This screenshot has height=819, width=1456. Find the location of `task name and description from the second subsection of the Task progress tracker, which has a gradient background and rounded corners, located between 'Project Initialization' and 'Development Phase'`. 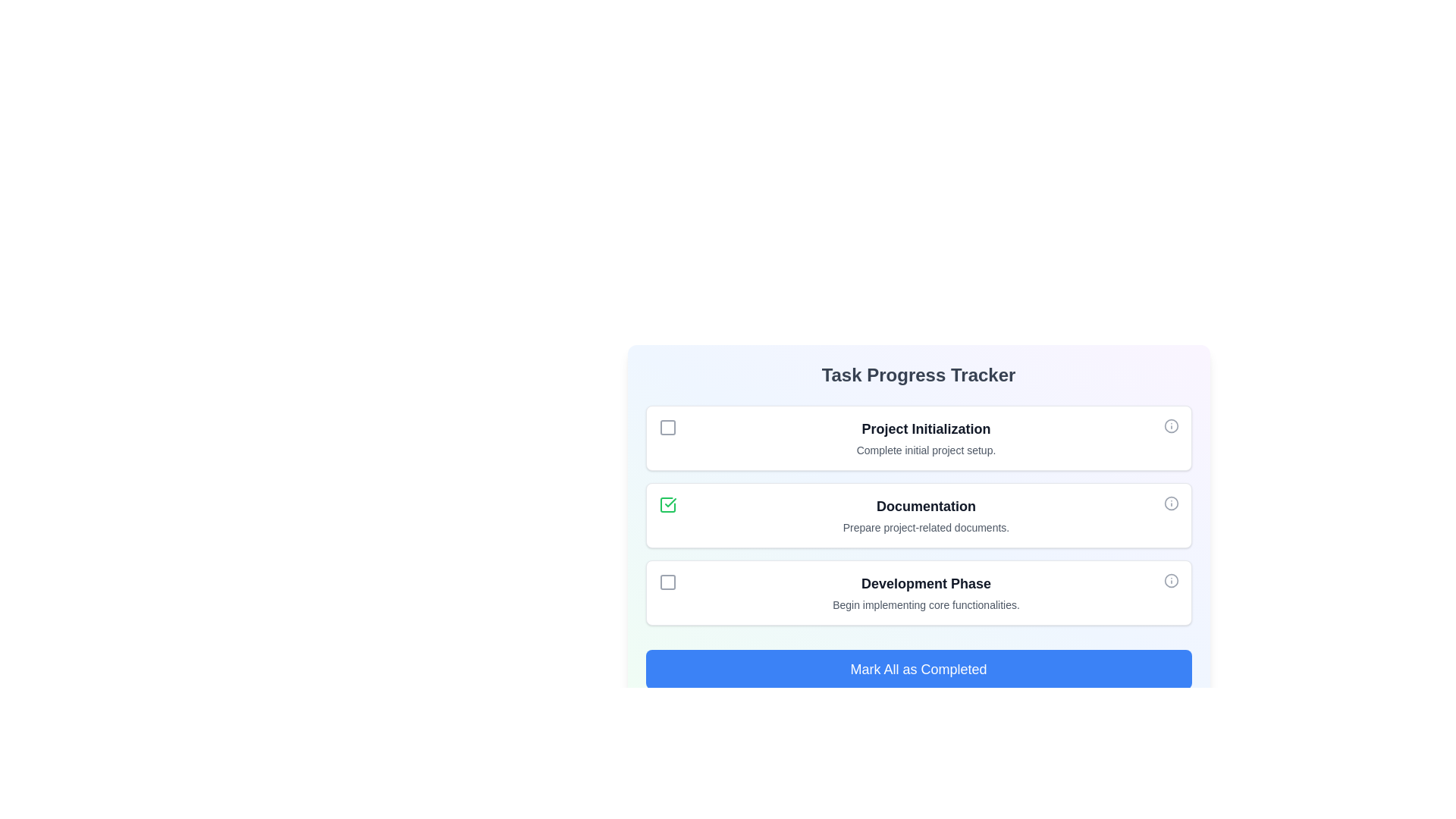

task name and description from the second subsection of the Task progress tracker, which has a gradient background and rounded corners, located between 'Project Initialization' and 'Development Phase' is located at coordinates (918, 514).